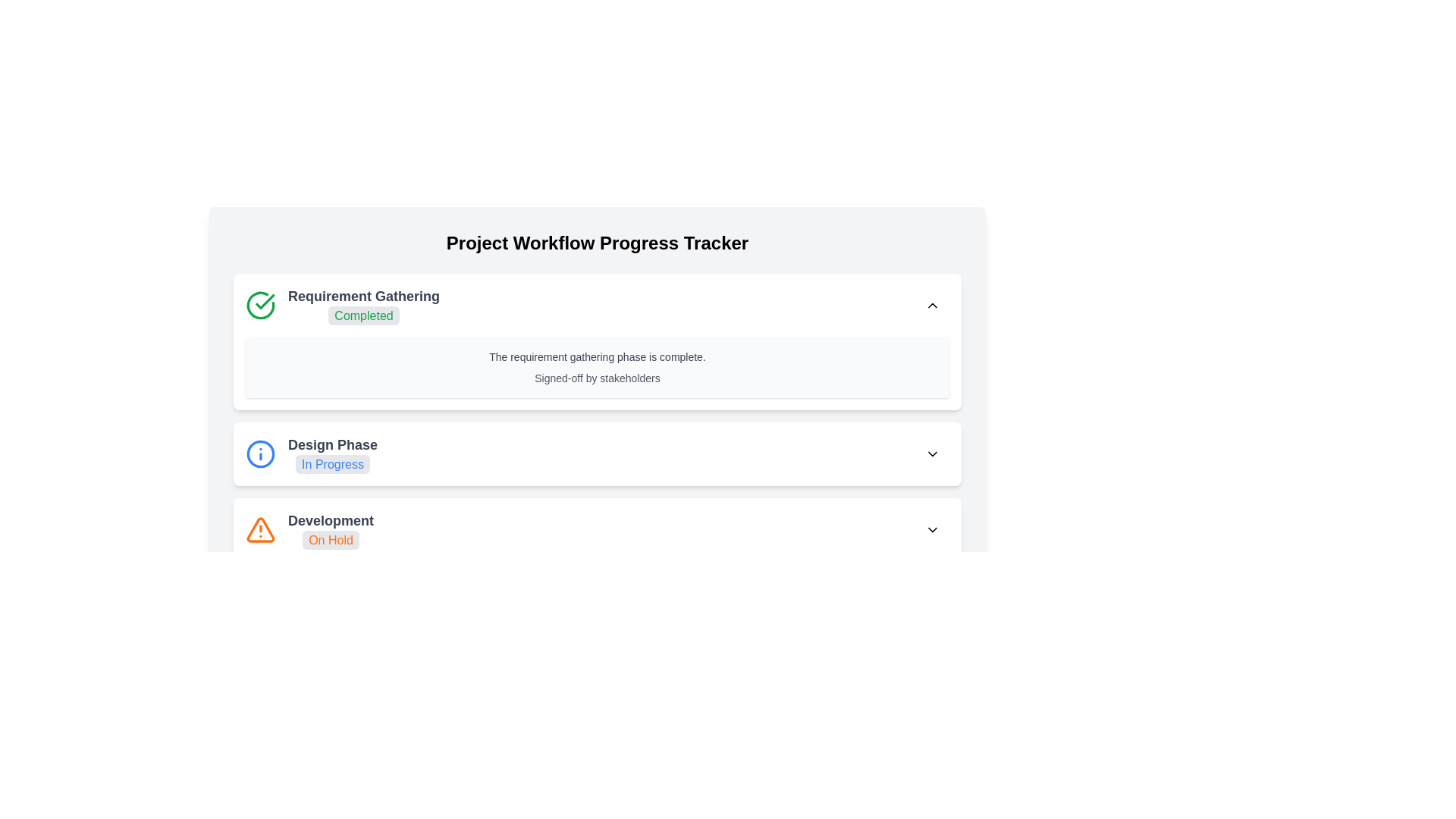 This screenshot has height=819, width=1456. I want to click on the chevron-down SVG icon located inside the rounded button, so click(931, 453).